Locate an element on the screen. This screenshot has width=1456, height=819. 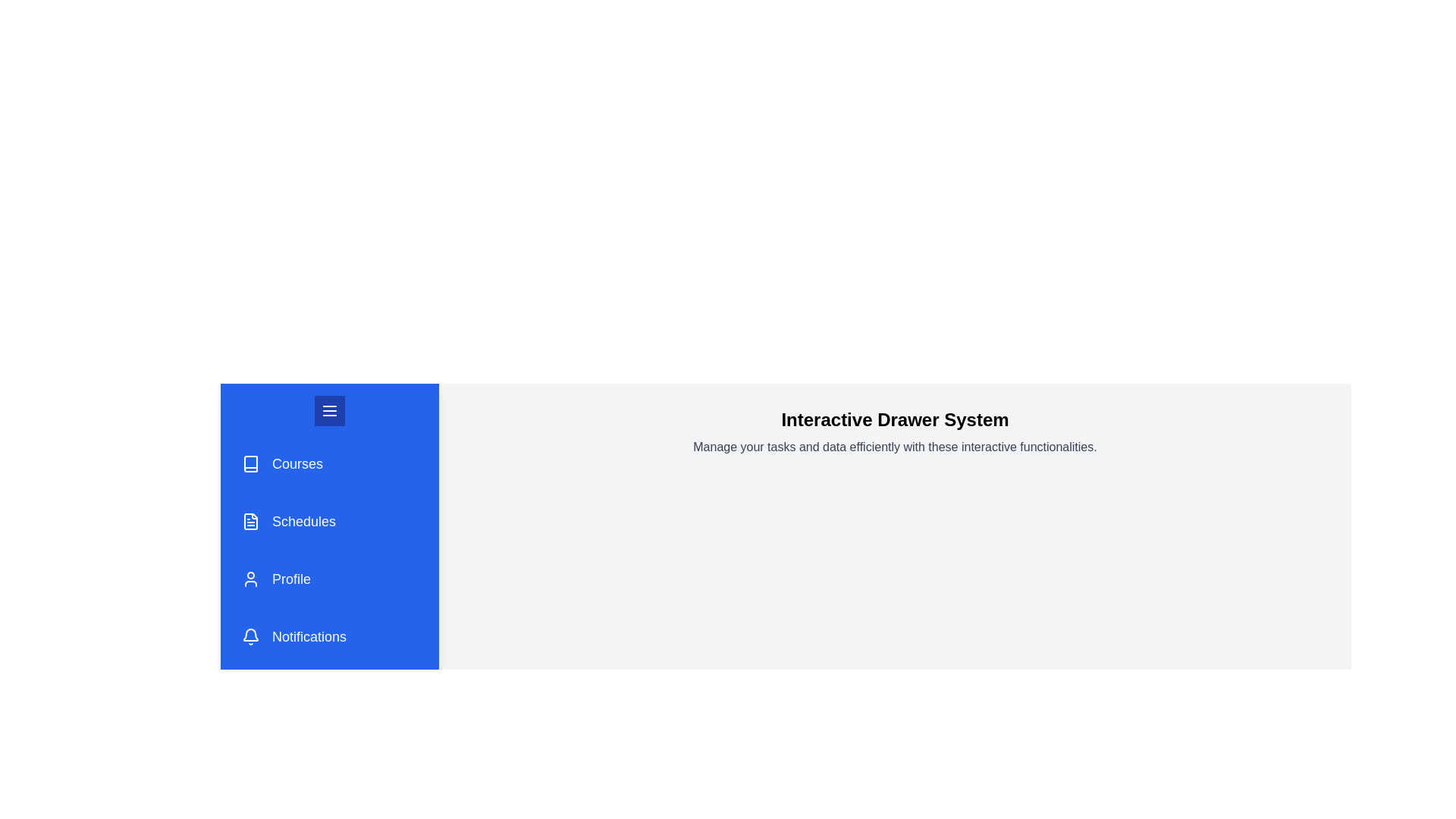
the 'Courses' menu item in the drawer is located at coordinates (329, 463).